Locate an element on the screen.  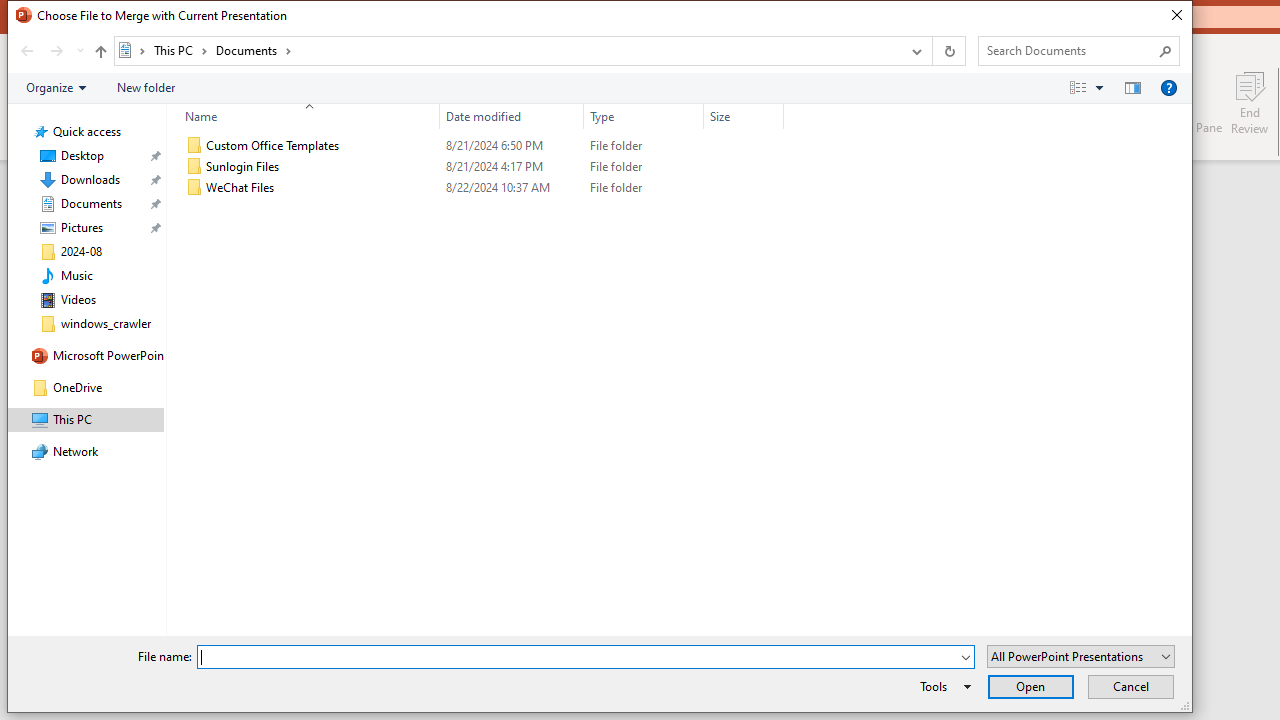
'Date modified' is located at coordinates (512, 116).